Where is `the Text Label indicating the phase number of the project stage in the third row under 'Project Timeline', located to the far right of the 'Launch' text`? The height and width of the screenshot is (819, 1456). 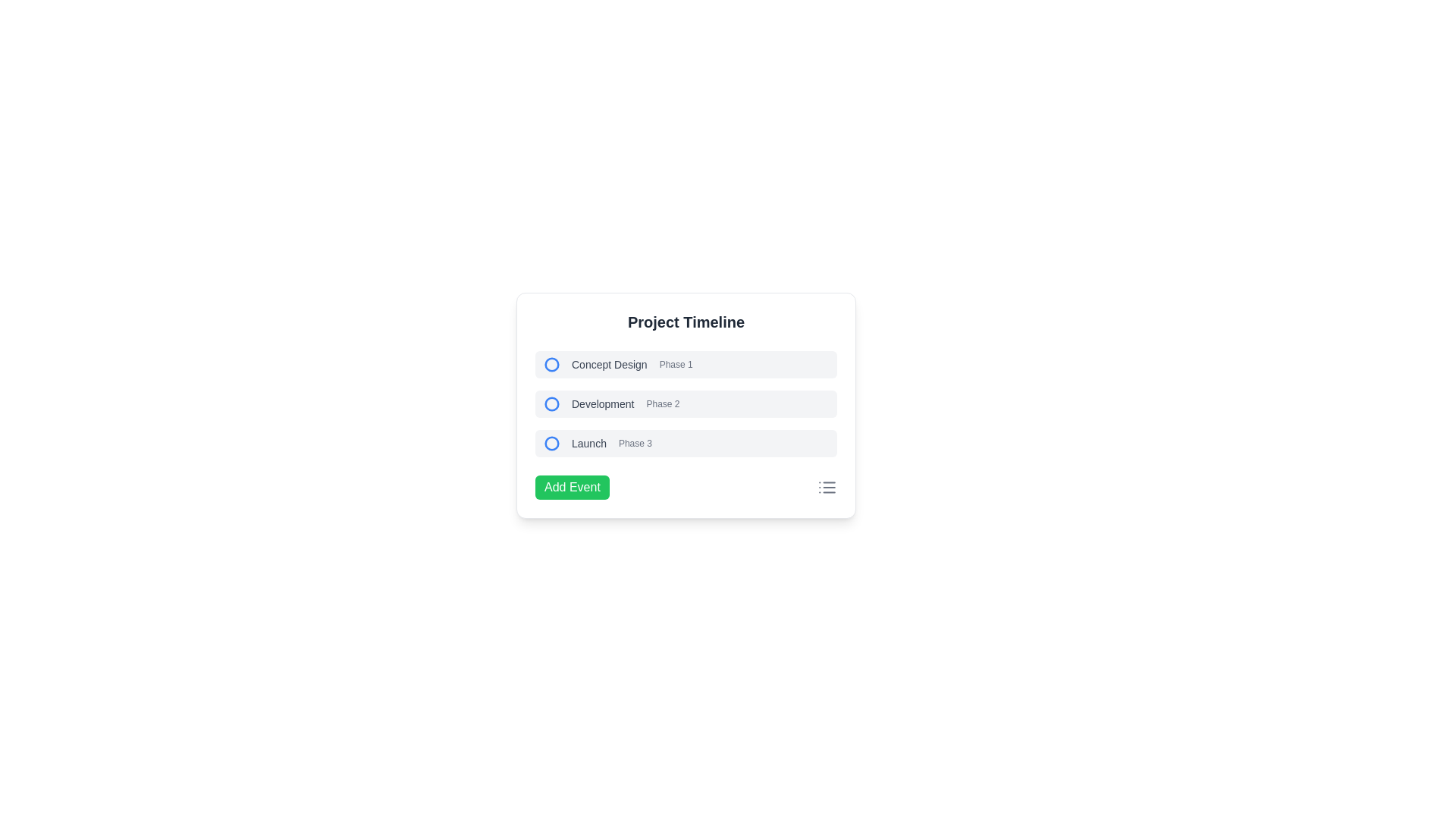 the Text Label indicating the phase number of the project stage in the third row under 'Project Timeline', located to the far right of the 'Launch' text is located at coordinates (635, 444).